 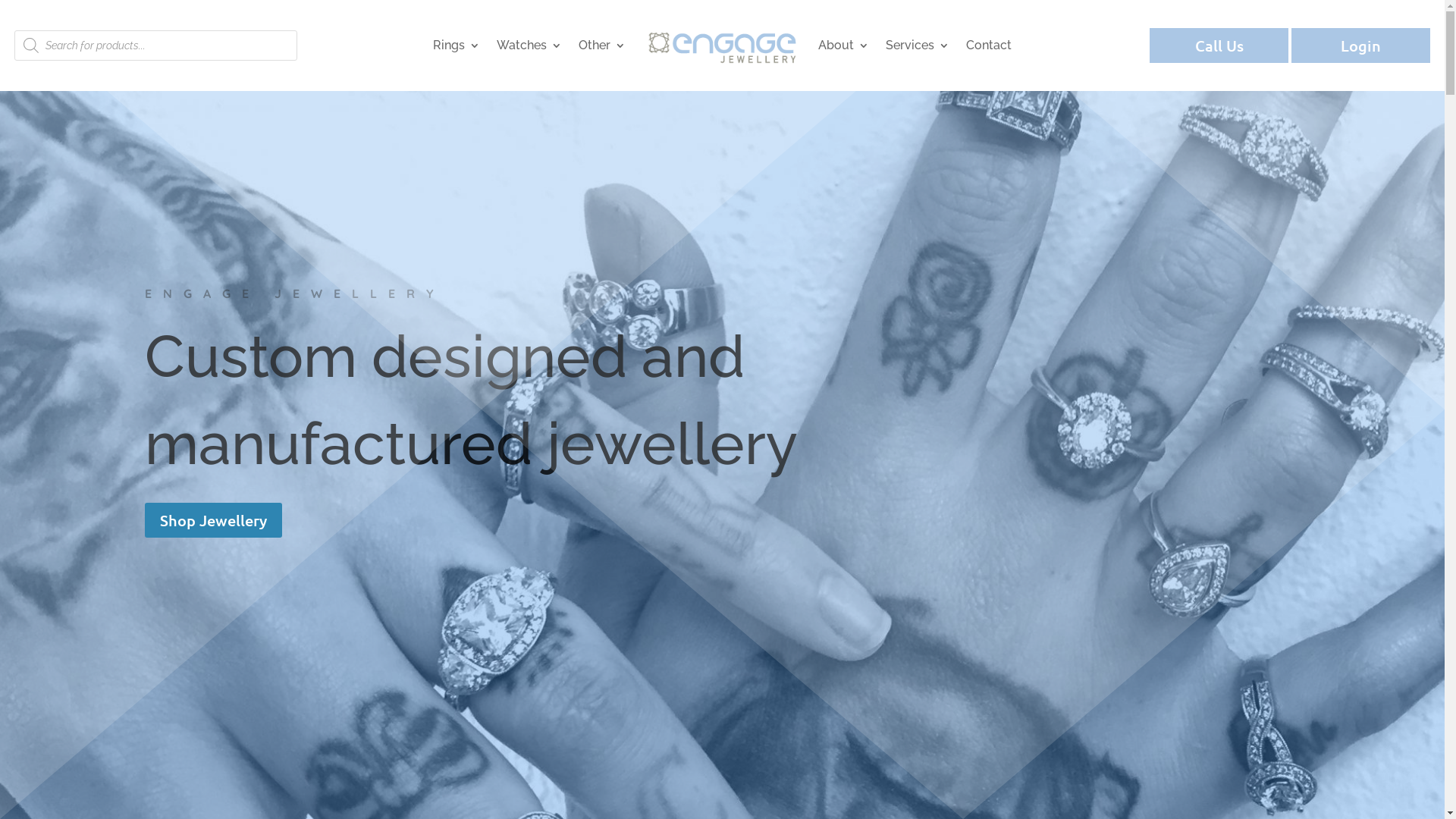 I want to click on 'Services', so click(x=916, y=45).